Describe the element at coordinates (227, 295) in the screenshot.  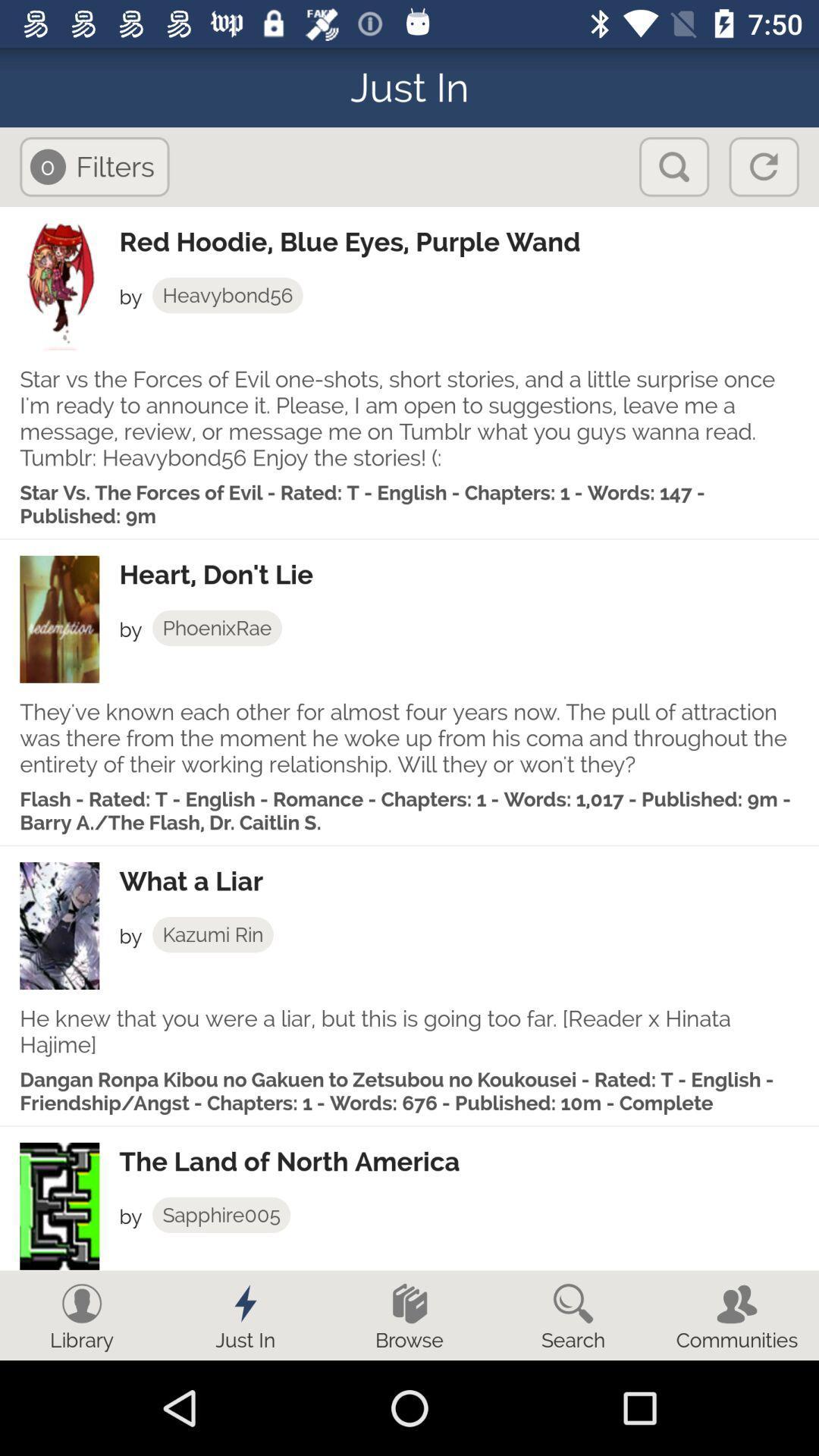
I see `app below red hoodie blue` at that location.